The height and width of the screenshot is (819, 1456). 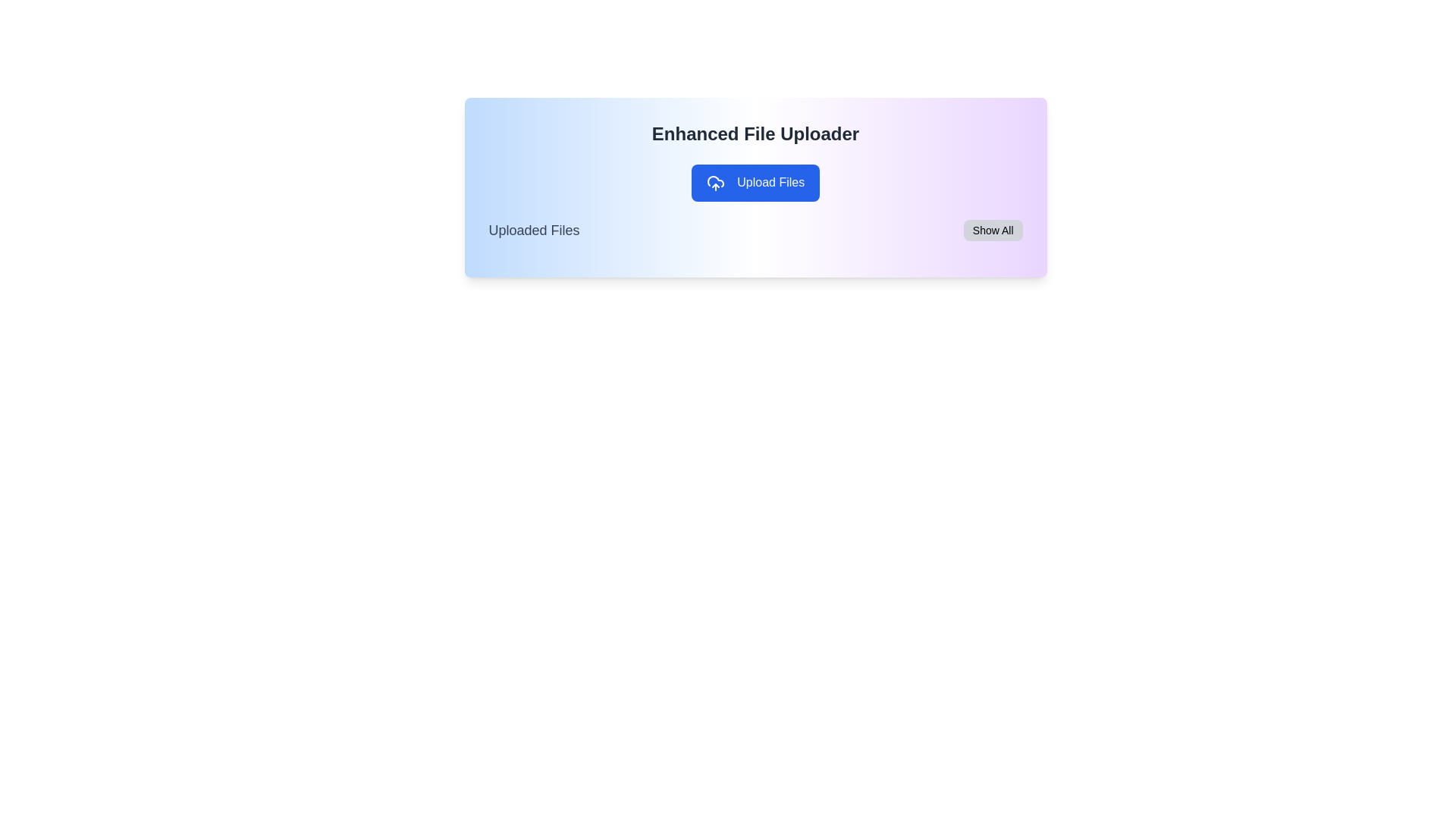 What do you see at coordinates (714, 180) in the screenshot?
I see `the cloud icon which is part of the 'Upload Files' button, serving as a visual aid for file uploading` at bounding box center [714, 180].